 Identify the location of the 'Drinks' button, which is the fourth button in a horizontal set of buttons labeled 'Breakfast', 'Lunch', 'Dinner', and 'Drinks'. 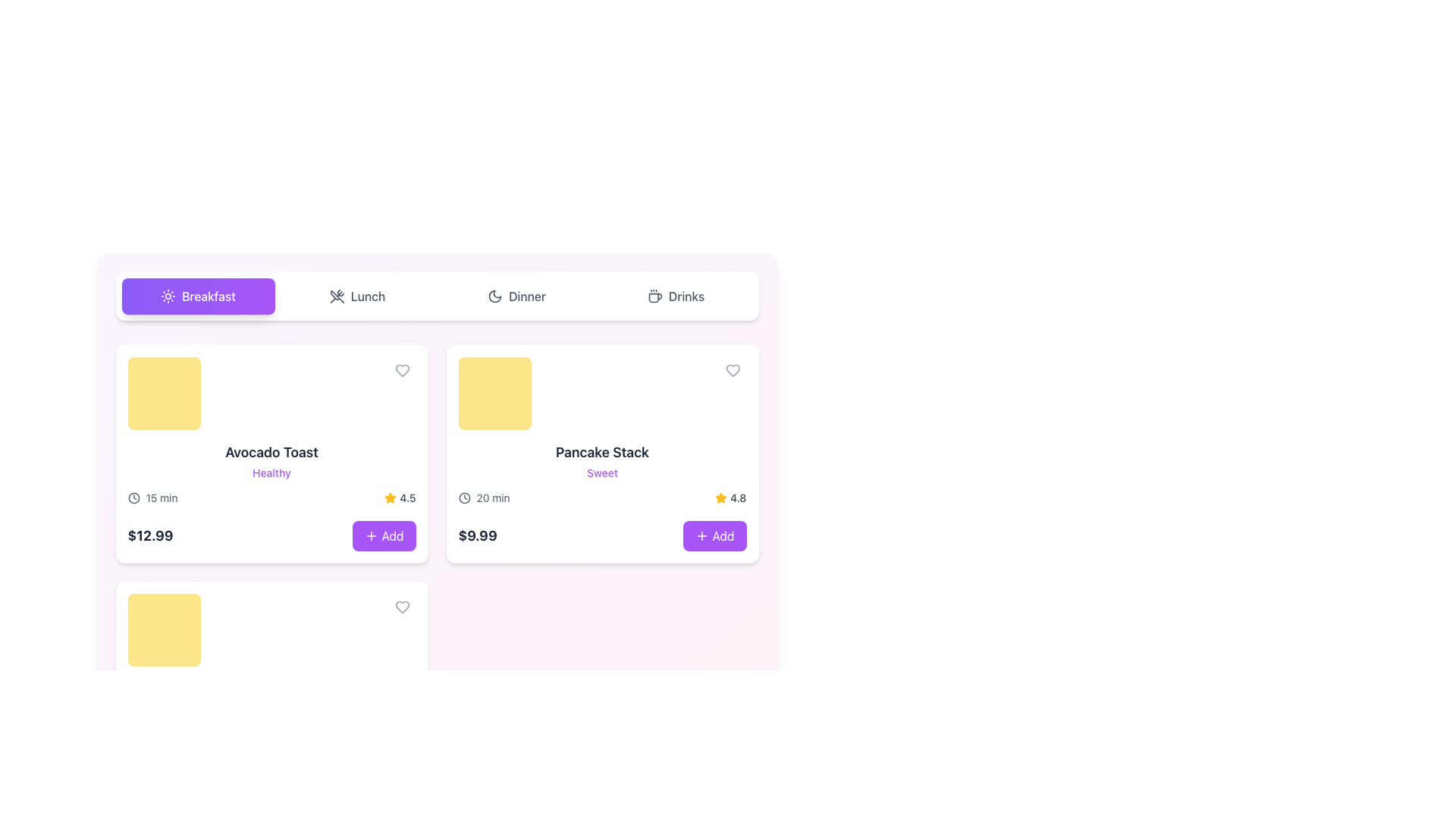
(675, 296).